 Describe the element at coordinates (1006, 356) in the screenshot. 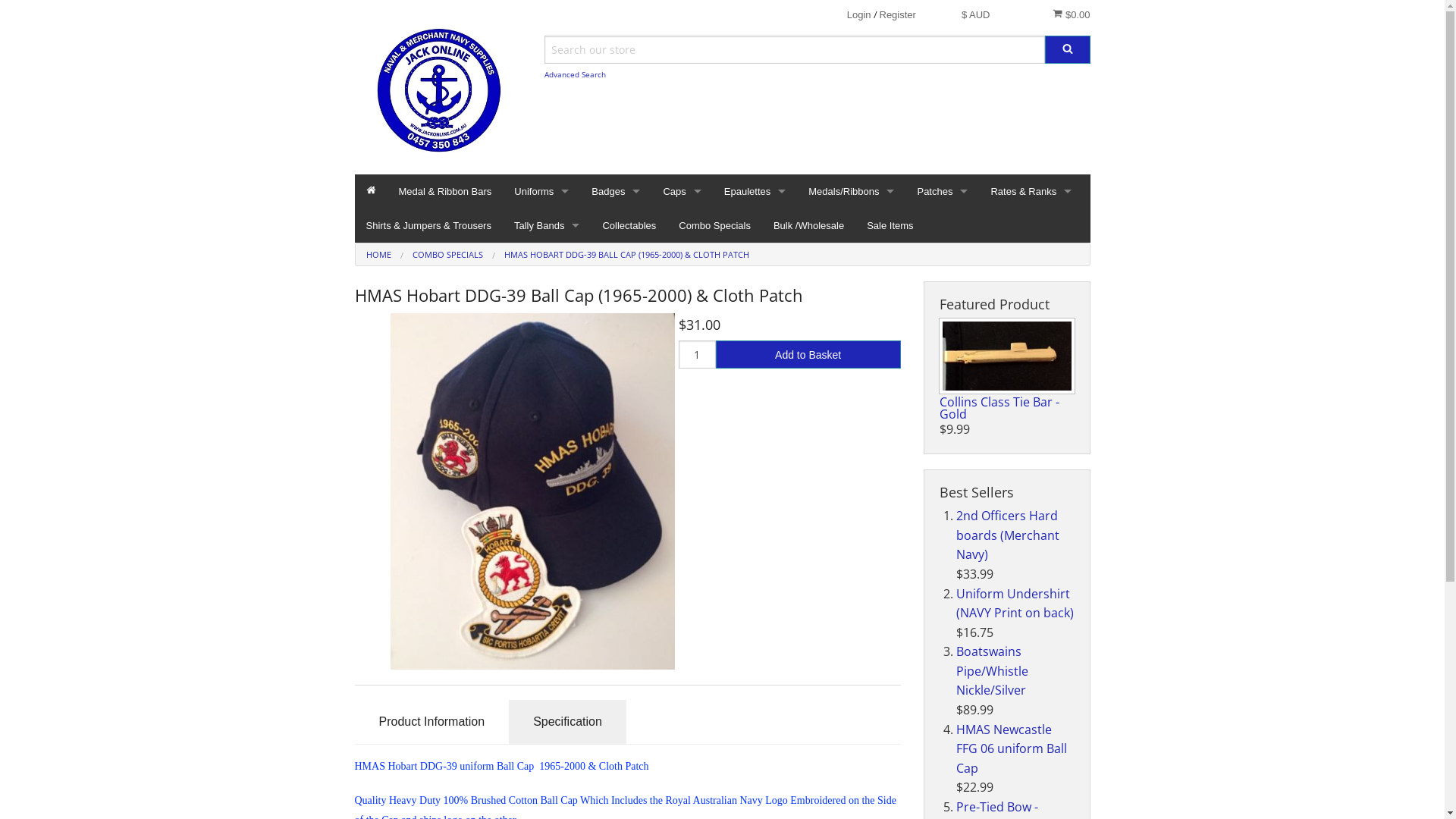

I see `'Collins Class Tie Bar - Gold '` at that location.